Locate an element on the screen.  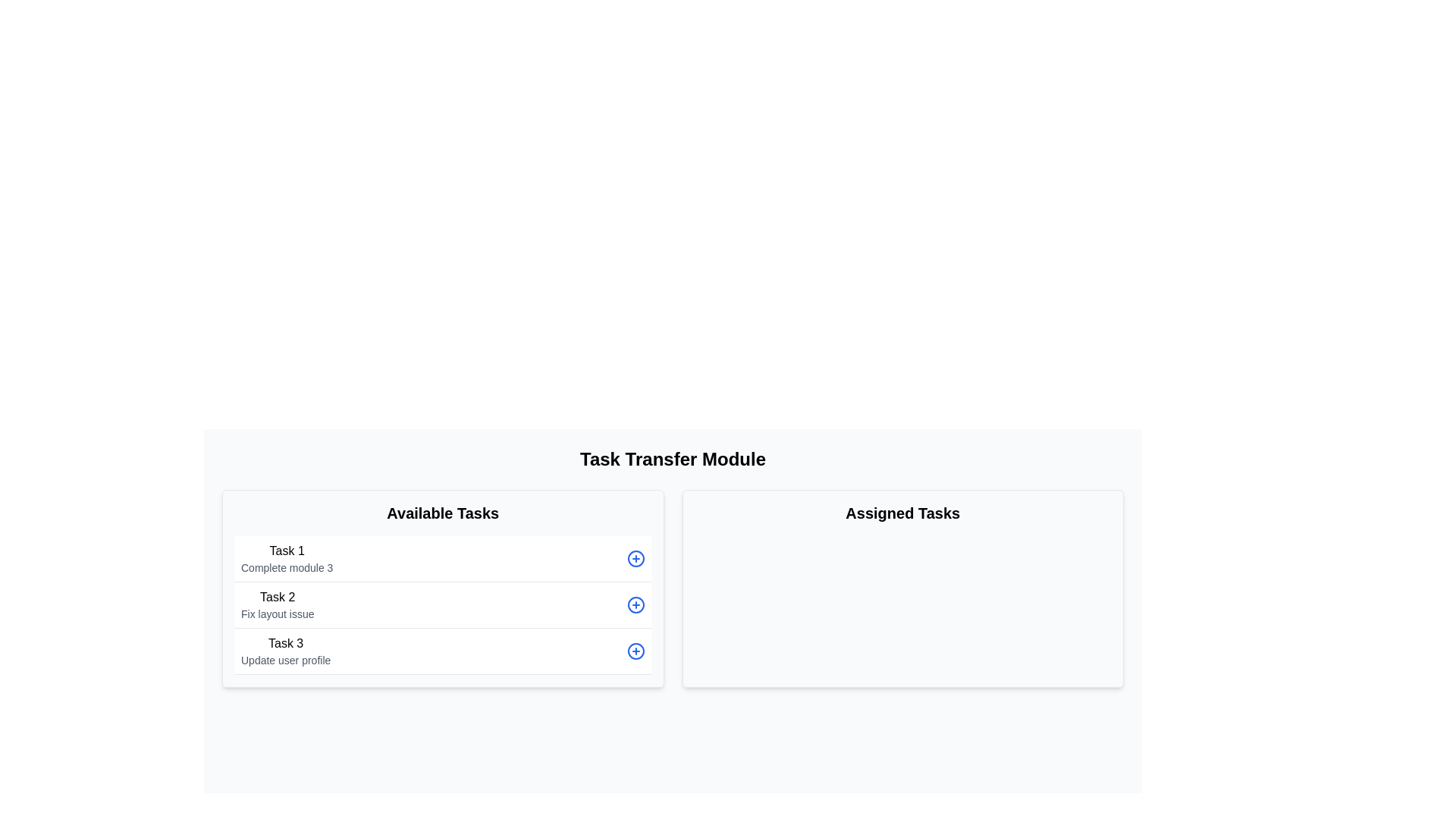
to select the text block containing 'Task 1' in bold and 'Complete module 3' in smaller gray text, located in the first task row under the 'Available Tasks' column is located at coordinates (287, 558).